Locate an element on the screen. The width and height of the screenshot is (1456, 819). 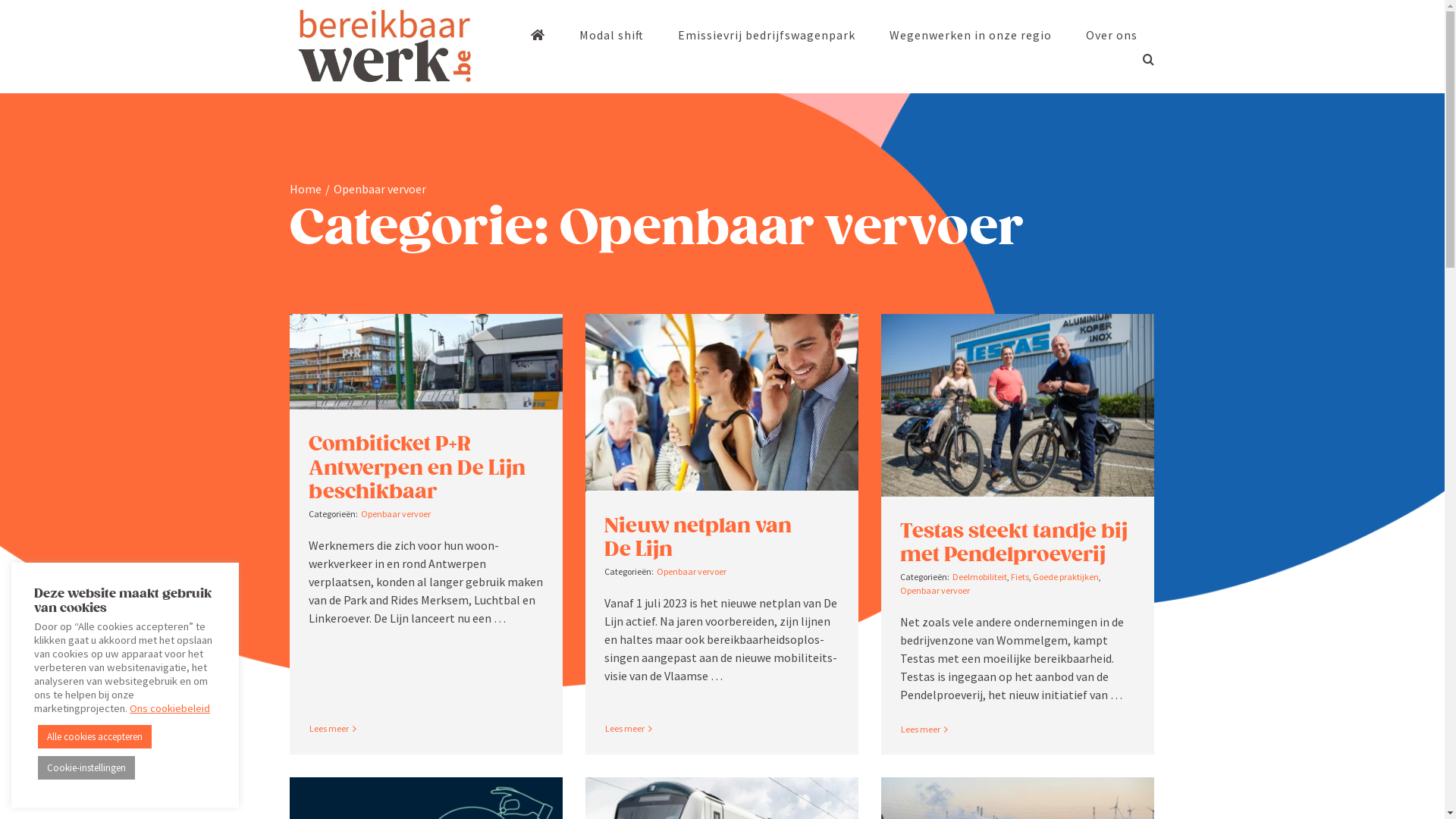
'Openbaar vervoer' is located at coordinates (934, 589).